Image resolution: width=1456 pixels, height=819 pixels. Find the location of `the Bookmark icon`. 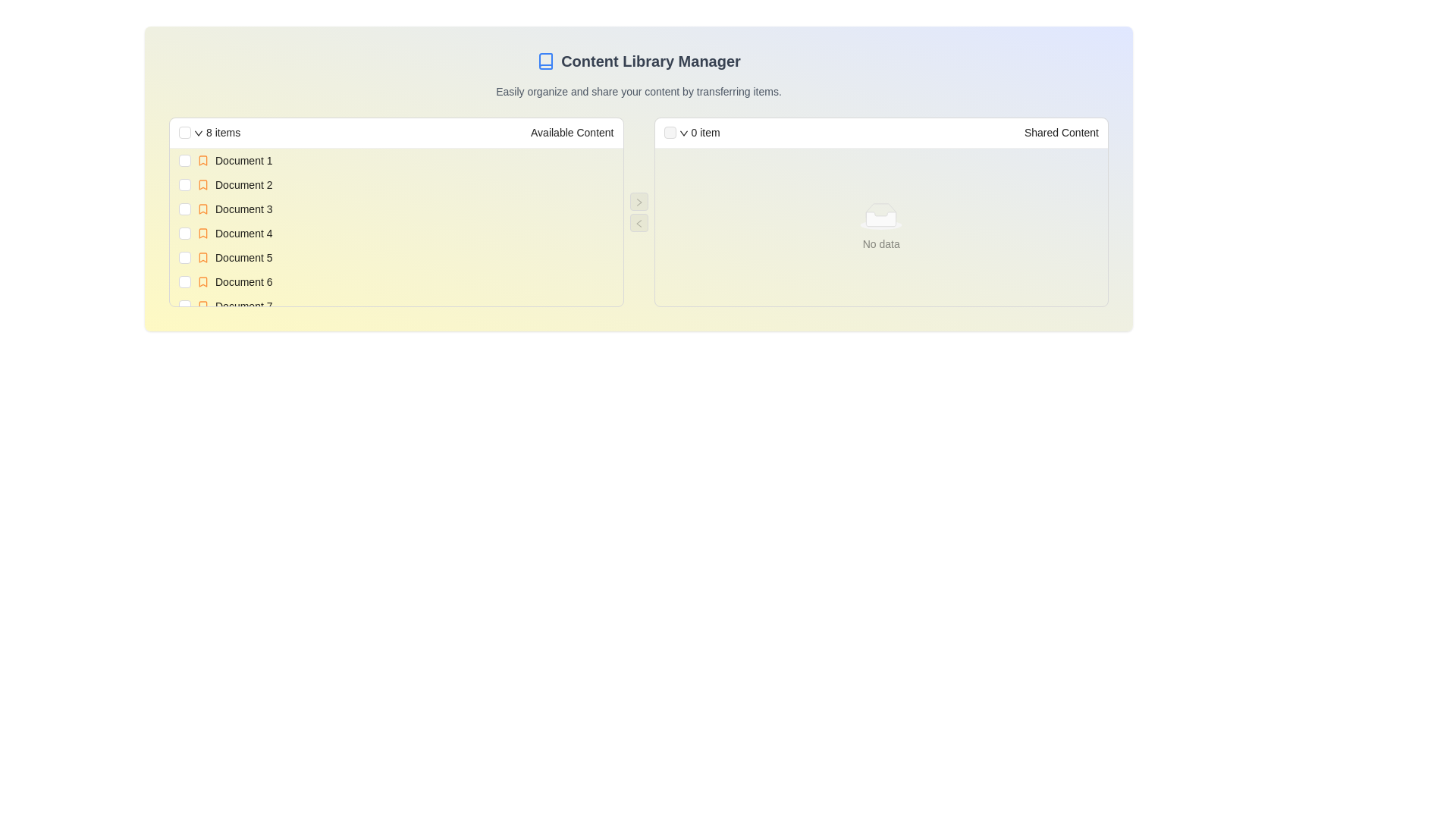

the Bookmark icon is located at coordinates (202, 281).